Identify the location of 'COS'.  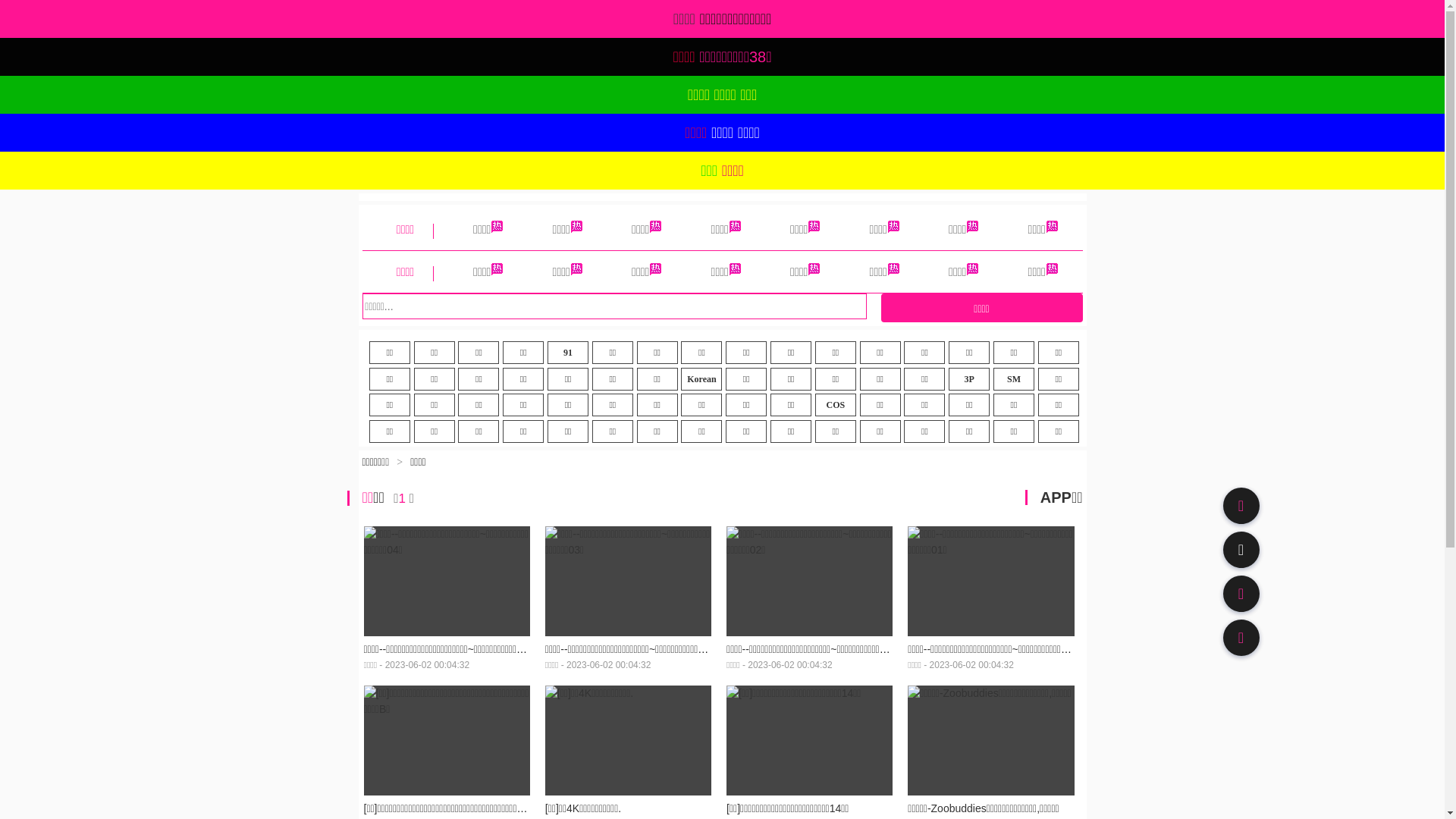
(835, 403).